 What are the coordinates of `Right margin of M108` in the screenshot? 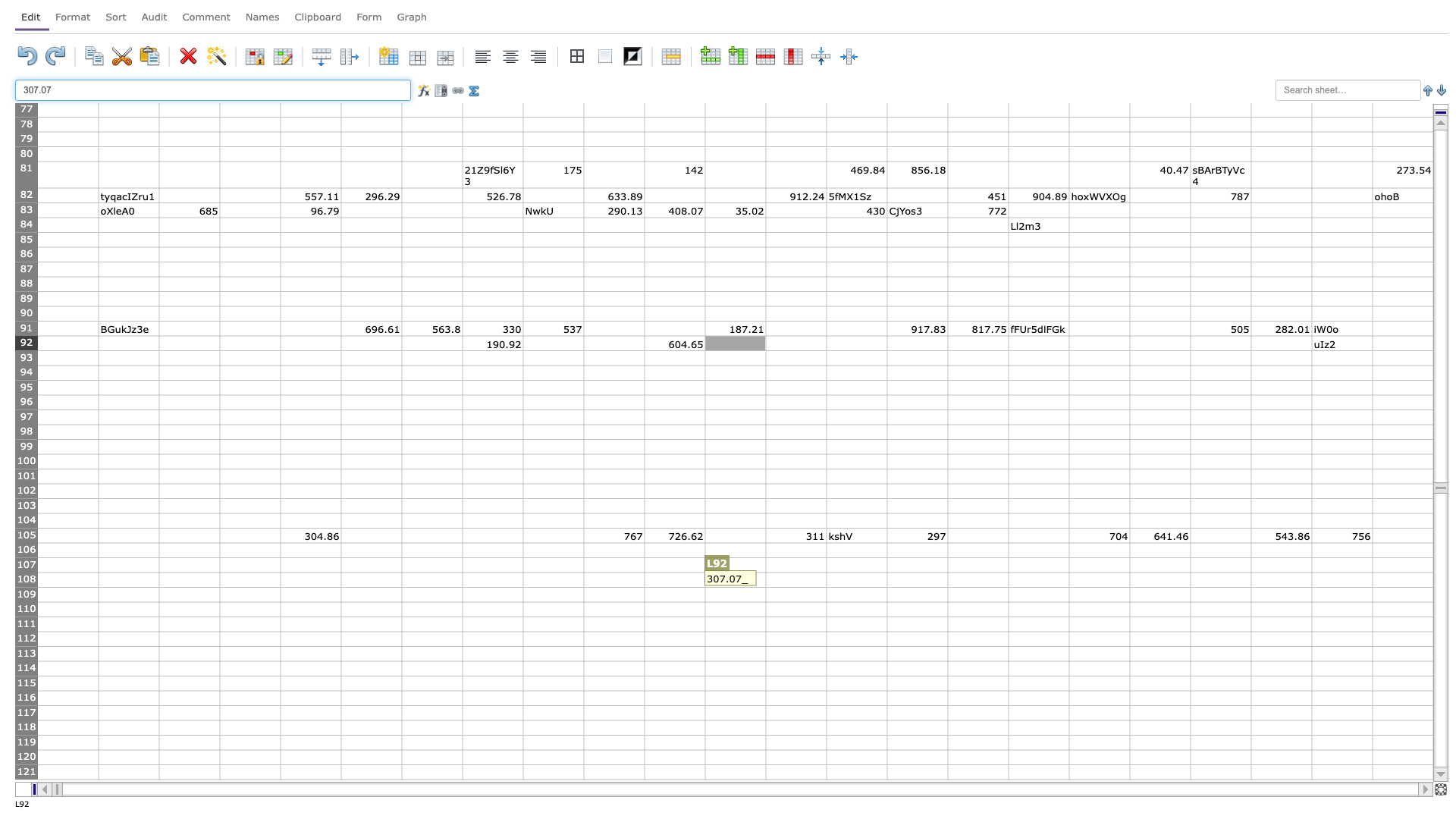 It's located at (825, 579).